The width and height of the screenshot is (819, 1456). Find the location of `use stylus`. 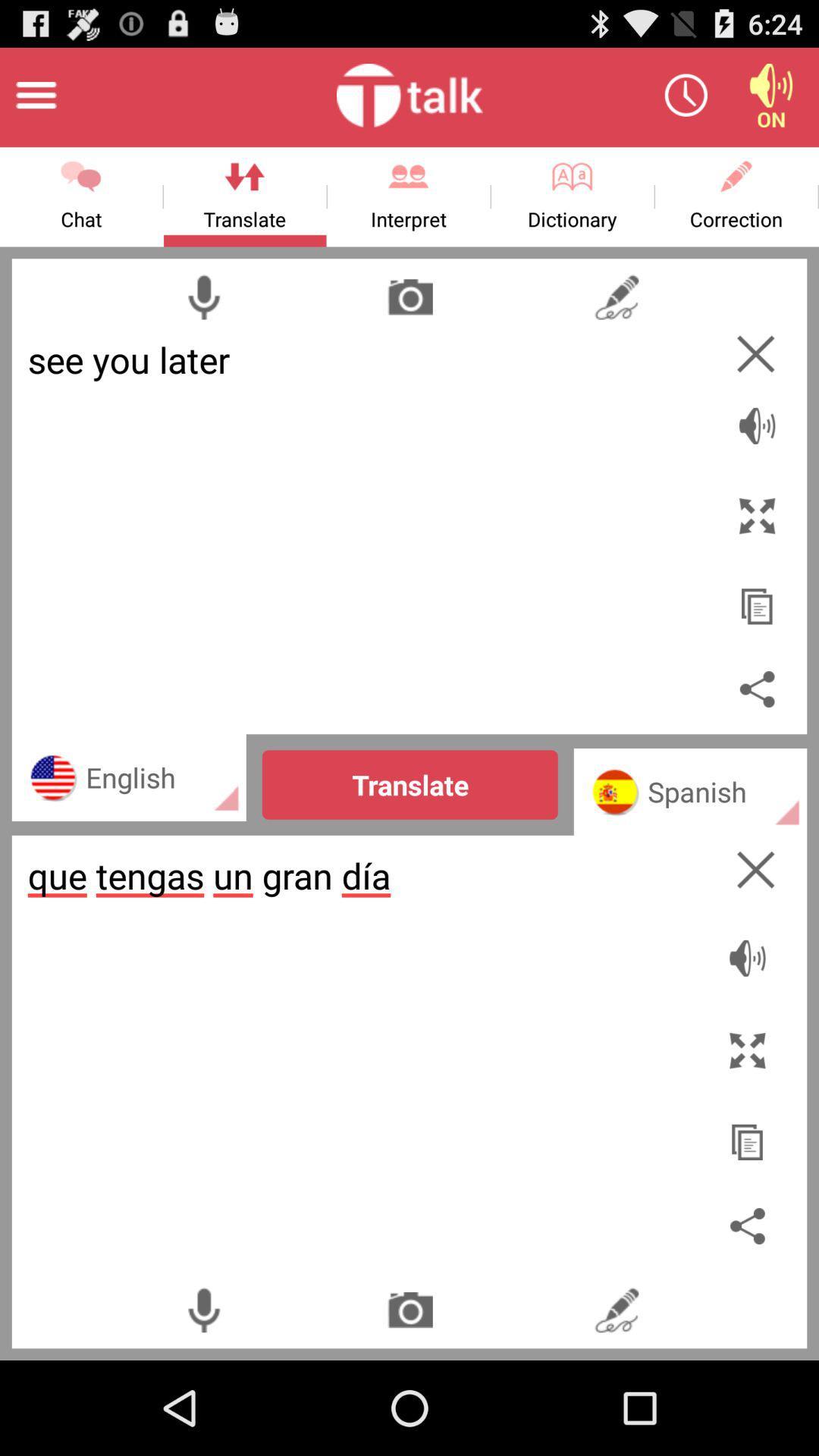

use stylus is located at coordinates (617, 1309).